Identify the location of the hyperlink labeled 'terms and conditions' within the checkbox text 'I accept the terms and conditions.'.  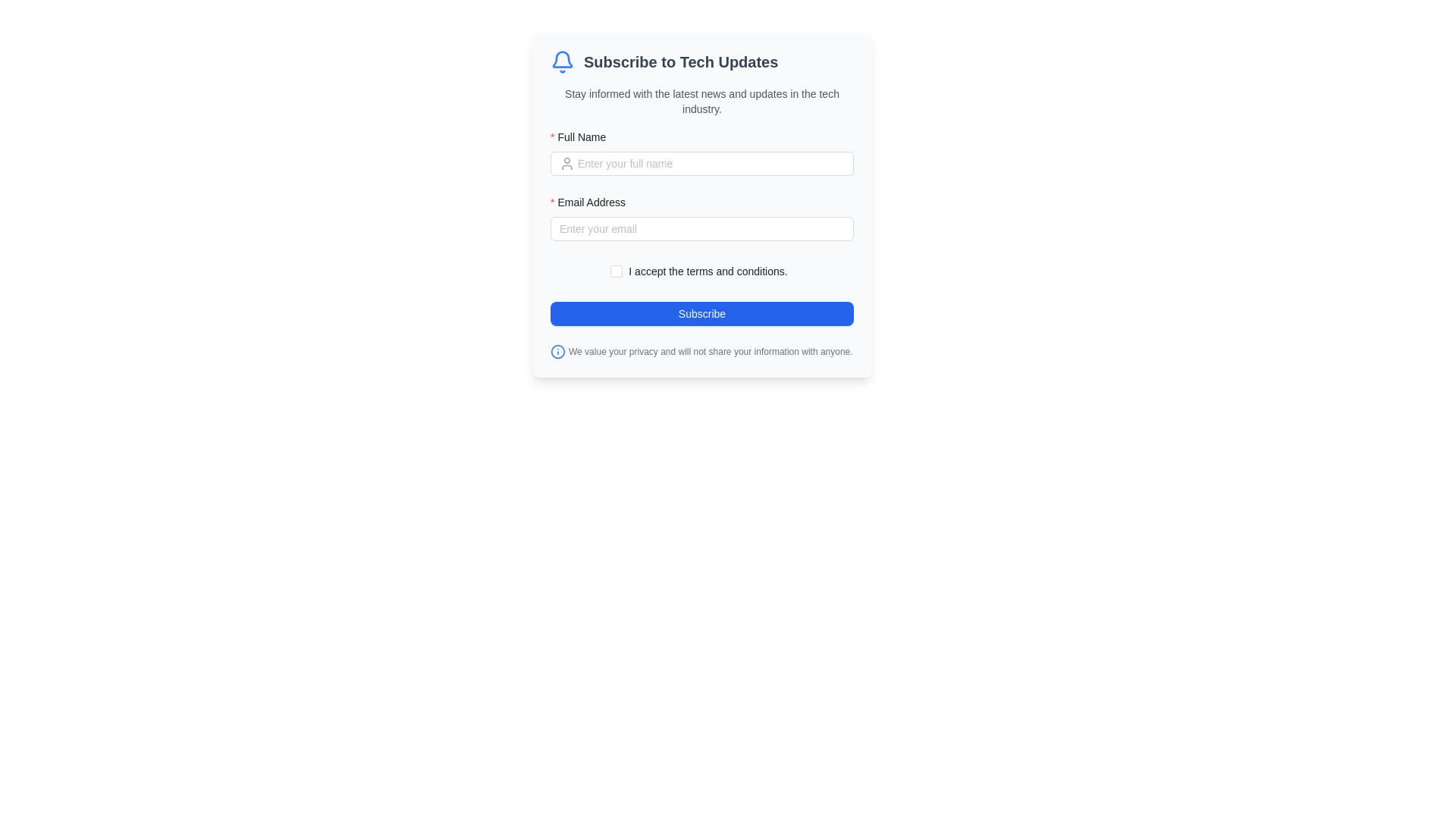
(701, 271).